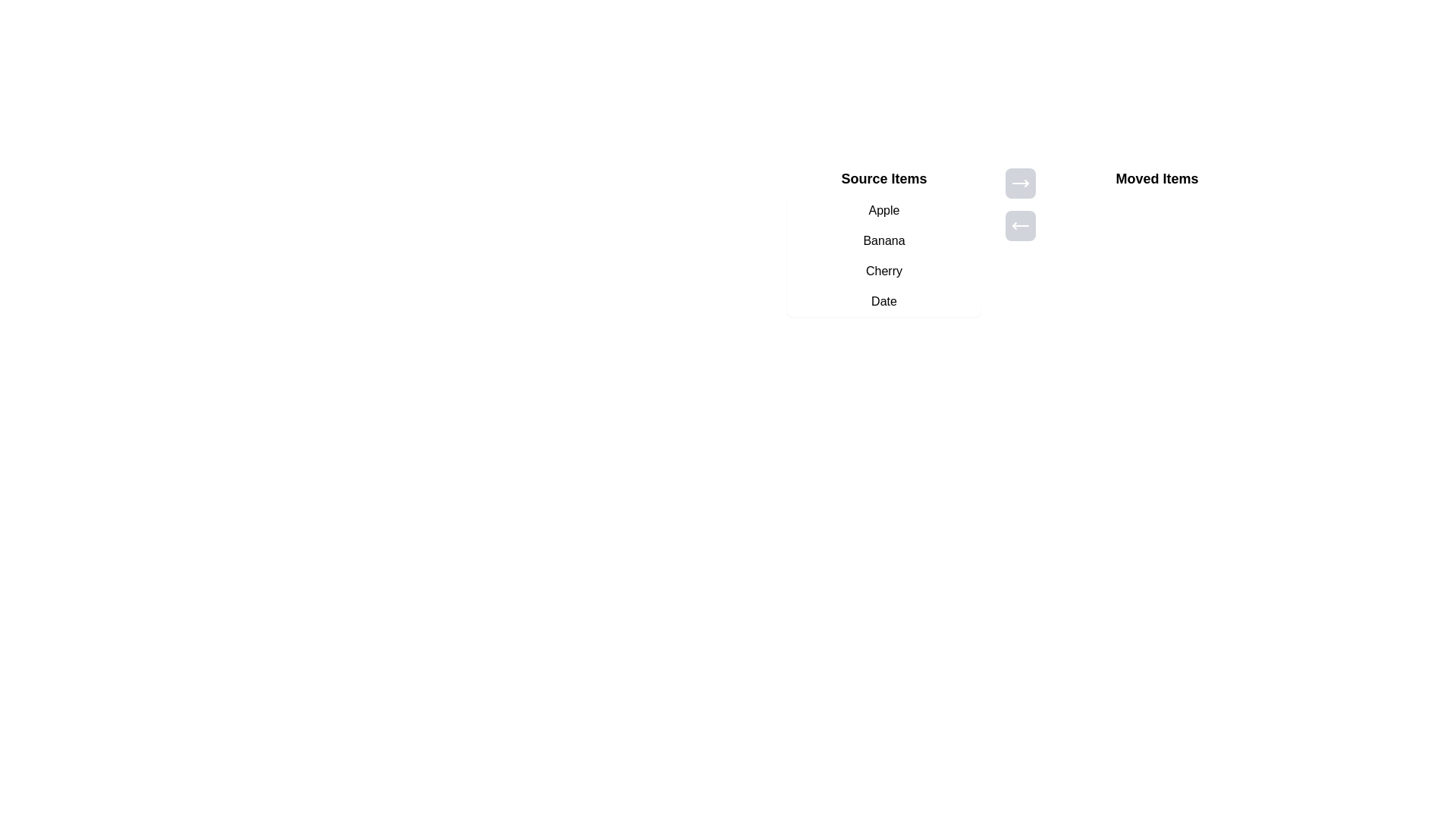 This screenshot has width=1456, height=819. Describe the element at coordinates (1020, 242) in the screenshot. I see `the square button with a light background and a left-facing arrow icon, positioned below another button and to the right of the 'Source Items' section, to potentially display a tooltip` at that location.